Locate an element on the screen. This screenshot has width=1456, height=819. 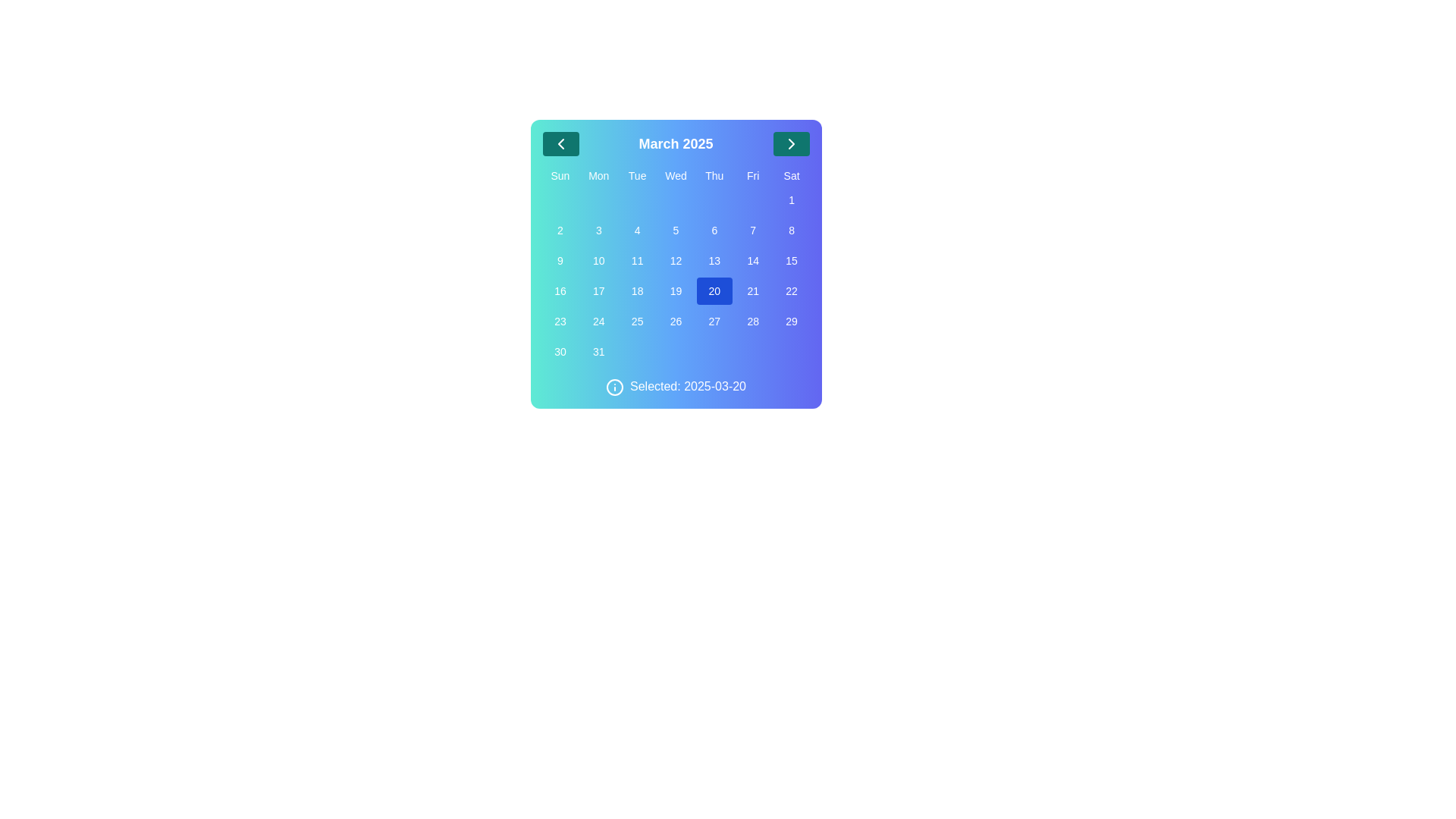
the button displaying the number '5' in the fourth column of the second row of the calendar grid is located at coordinates (675, 231).